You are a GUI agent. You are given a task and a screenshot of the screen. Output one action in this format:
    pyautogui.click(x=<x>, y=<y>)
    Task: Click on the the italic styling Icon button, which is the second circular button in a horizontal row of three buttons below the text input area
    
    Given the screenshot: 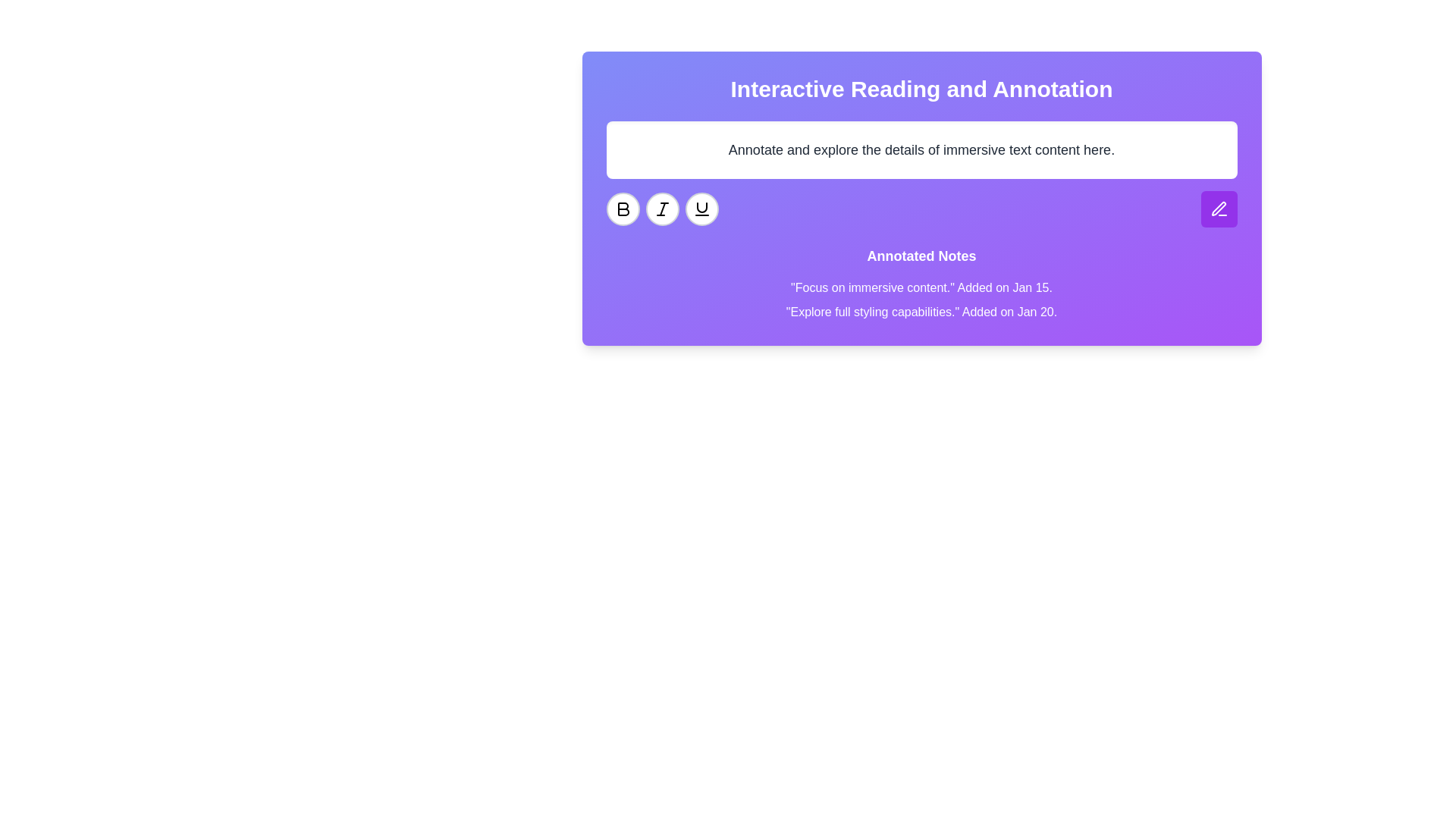 What is the action you would take?
    pyautogui.click(x=662, y=209)
    